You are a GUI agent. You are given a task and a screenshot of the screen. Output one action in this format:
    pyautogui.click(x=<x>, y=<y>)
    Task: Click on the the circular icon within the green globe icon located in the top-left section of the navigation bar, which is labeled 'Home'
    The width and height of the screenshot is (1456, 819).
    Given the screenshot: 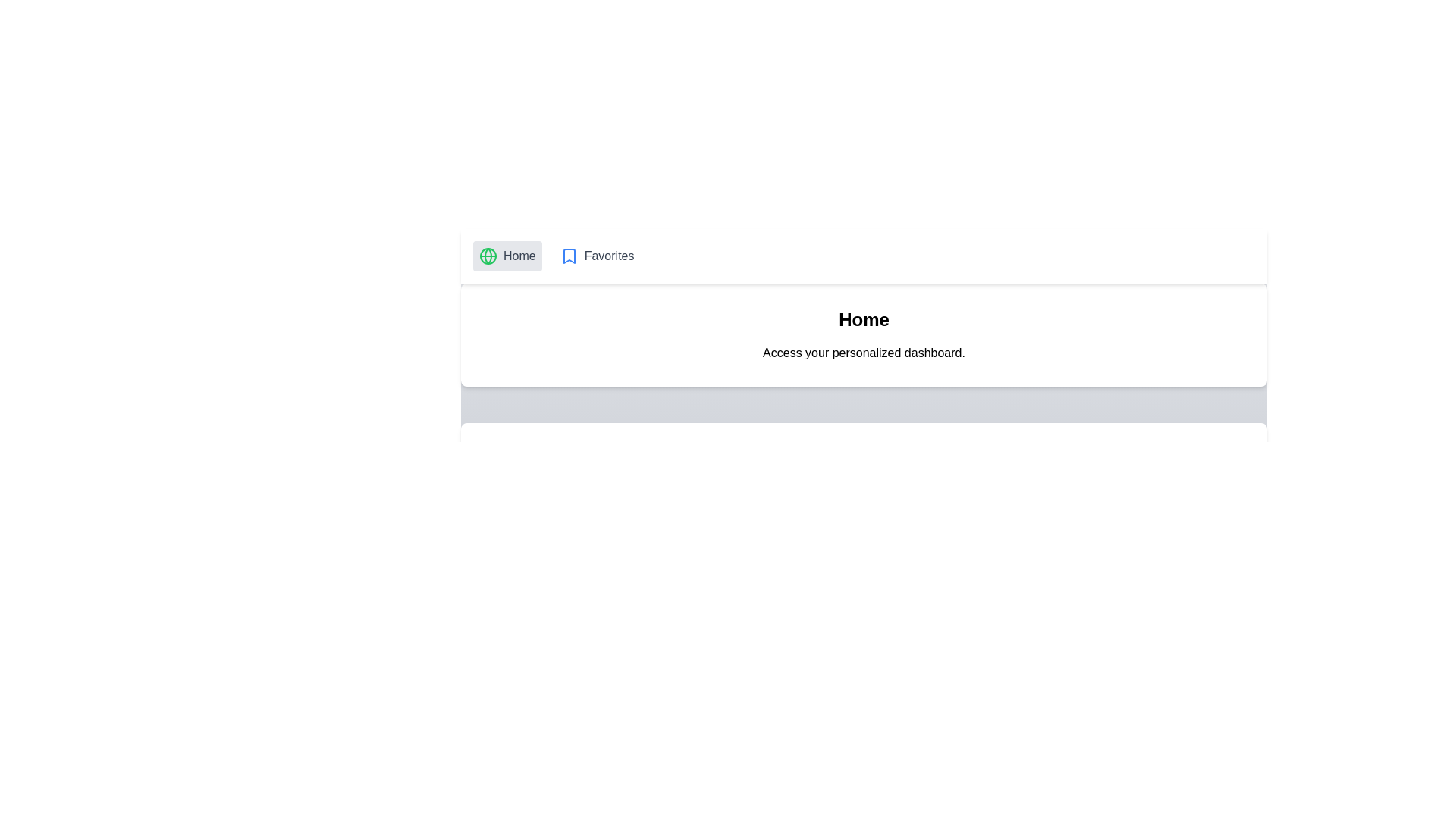 What is the action you would take?
    pyautogui.click(x=488, y=256)
    